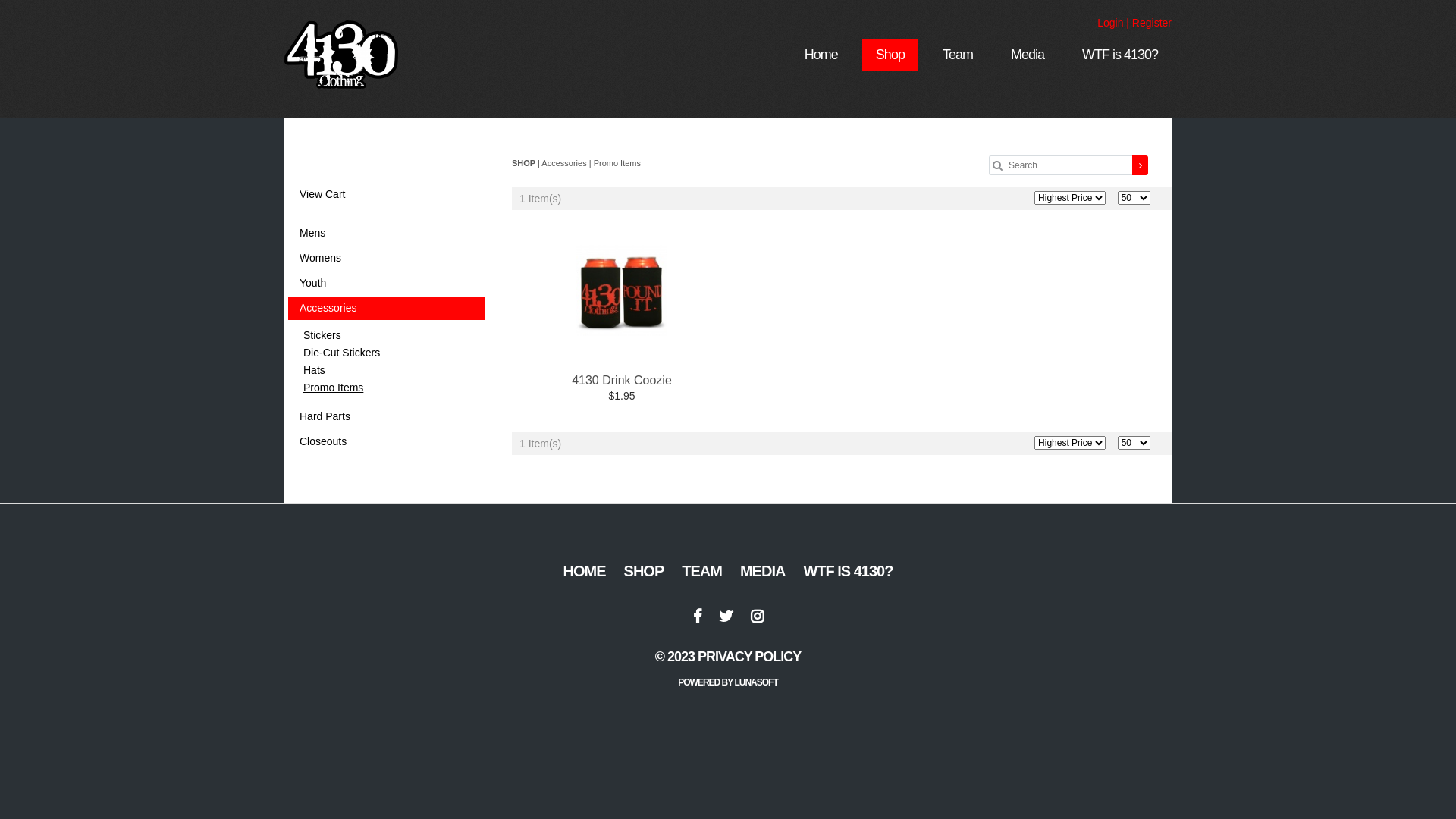 This screenshot has width=1456, height=819. I want to click on 'Accessories', so click(287, 307).